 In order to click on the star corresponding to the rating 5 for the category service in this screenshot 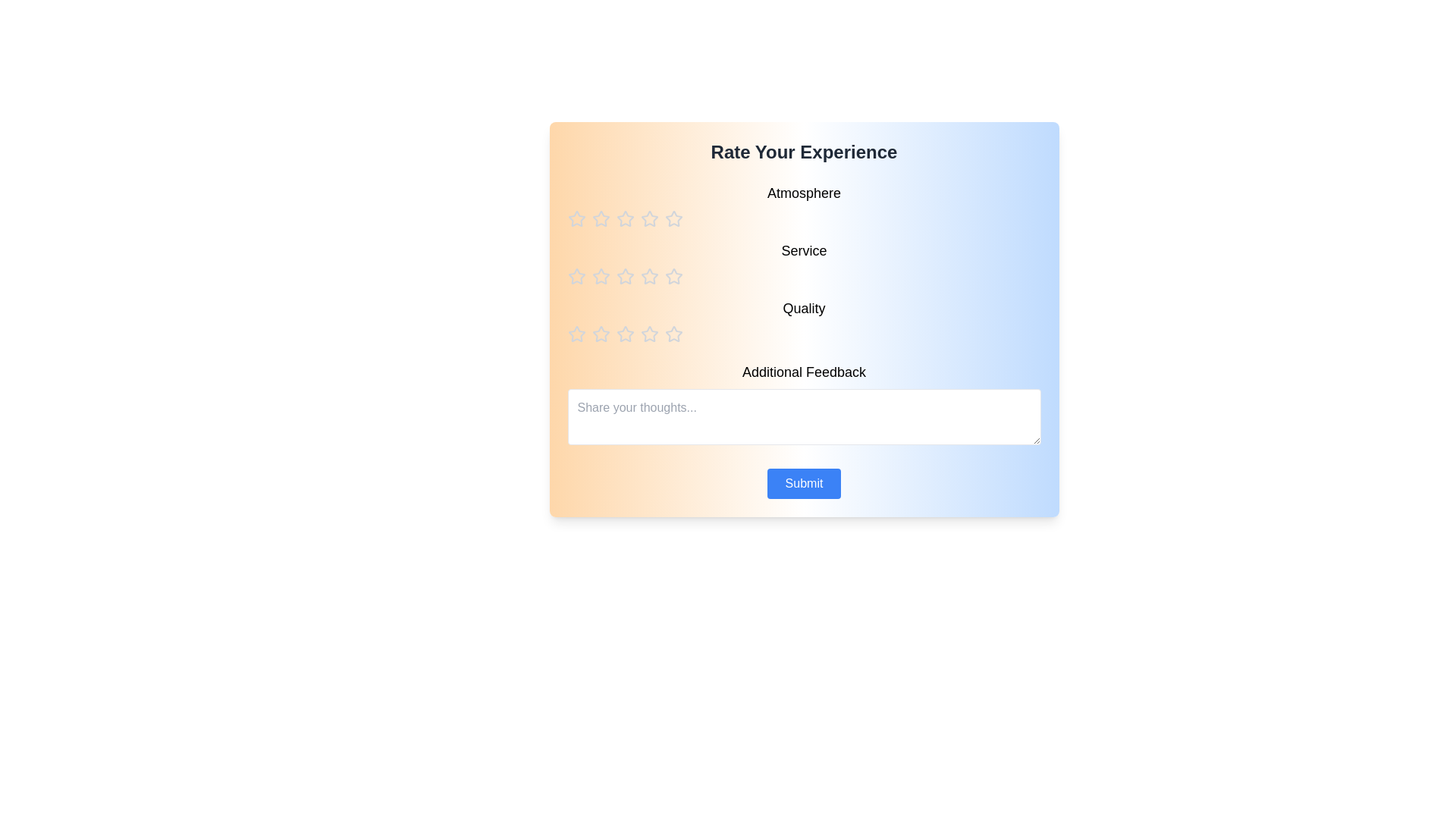, I will do `click(673, 277)`.